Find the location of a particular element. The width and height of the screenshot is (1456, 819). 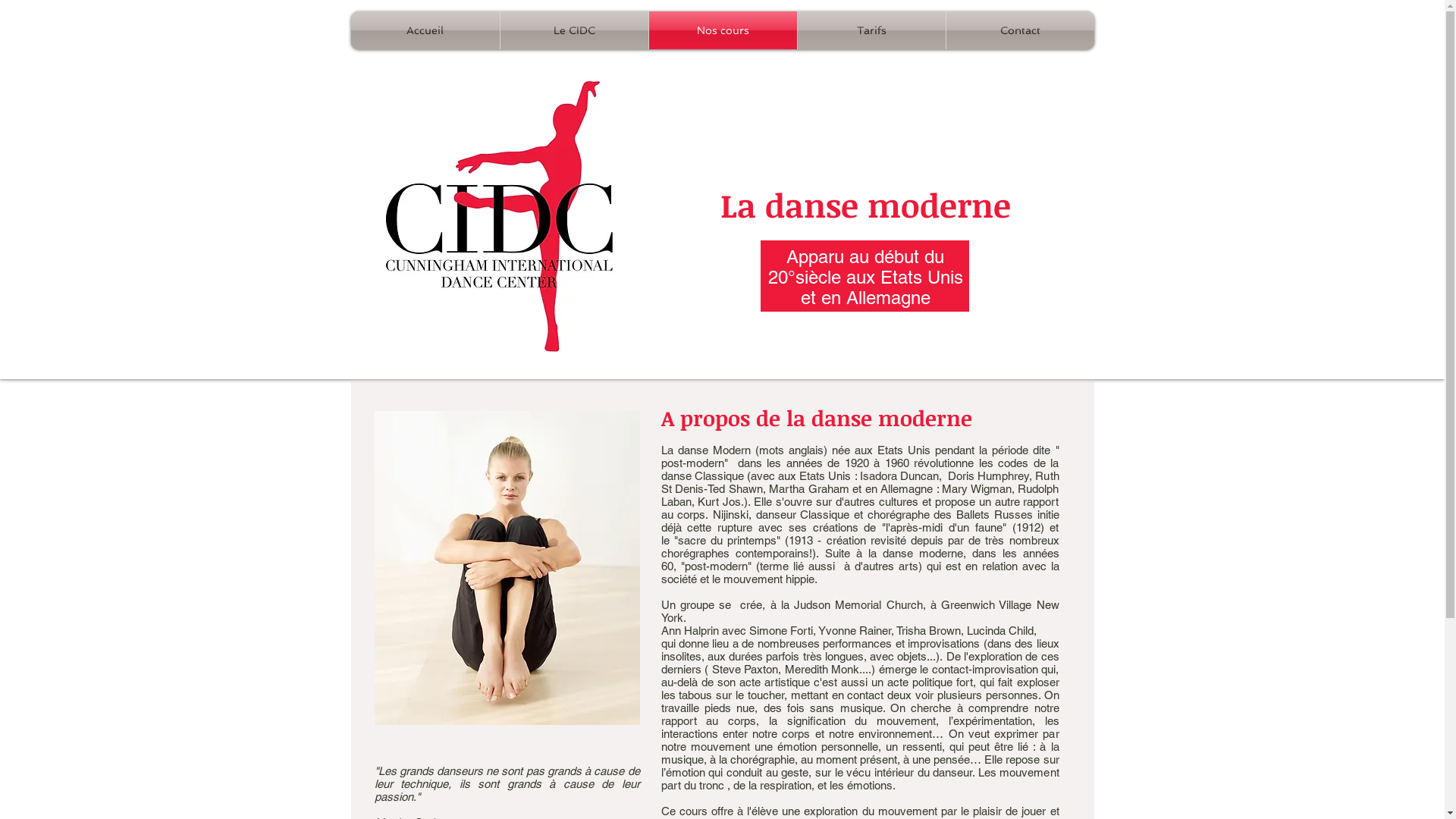

'Le CIDC' is located at coordinates (573, 30).